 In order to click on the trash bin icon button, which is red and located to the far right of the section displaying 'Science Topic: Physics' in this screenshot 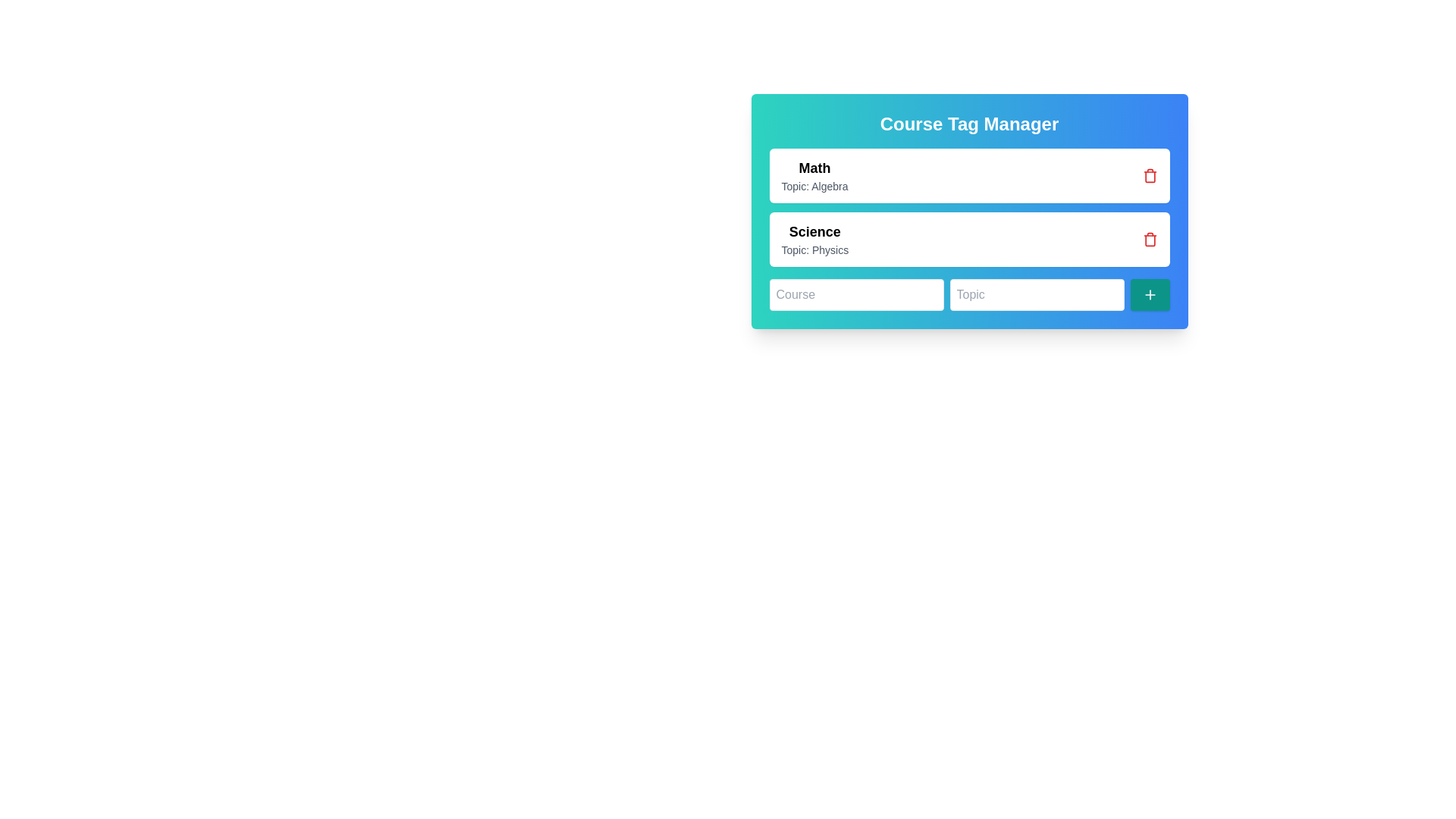, I will do `click(1150, 239)`.